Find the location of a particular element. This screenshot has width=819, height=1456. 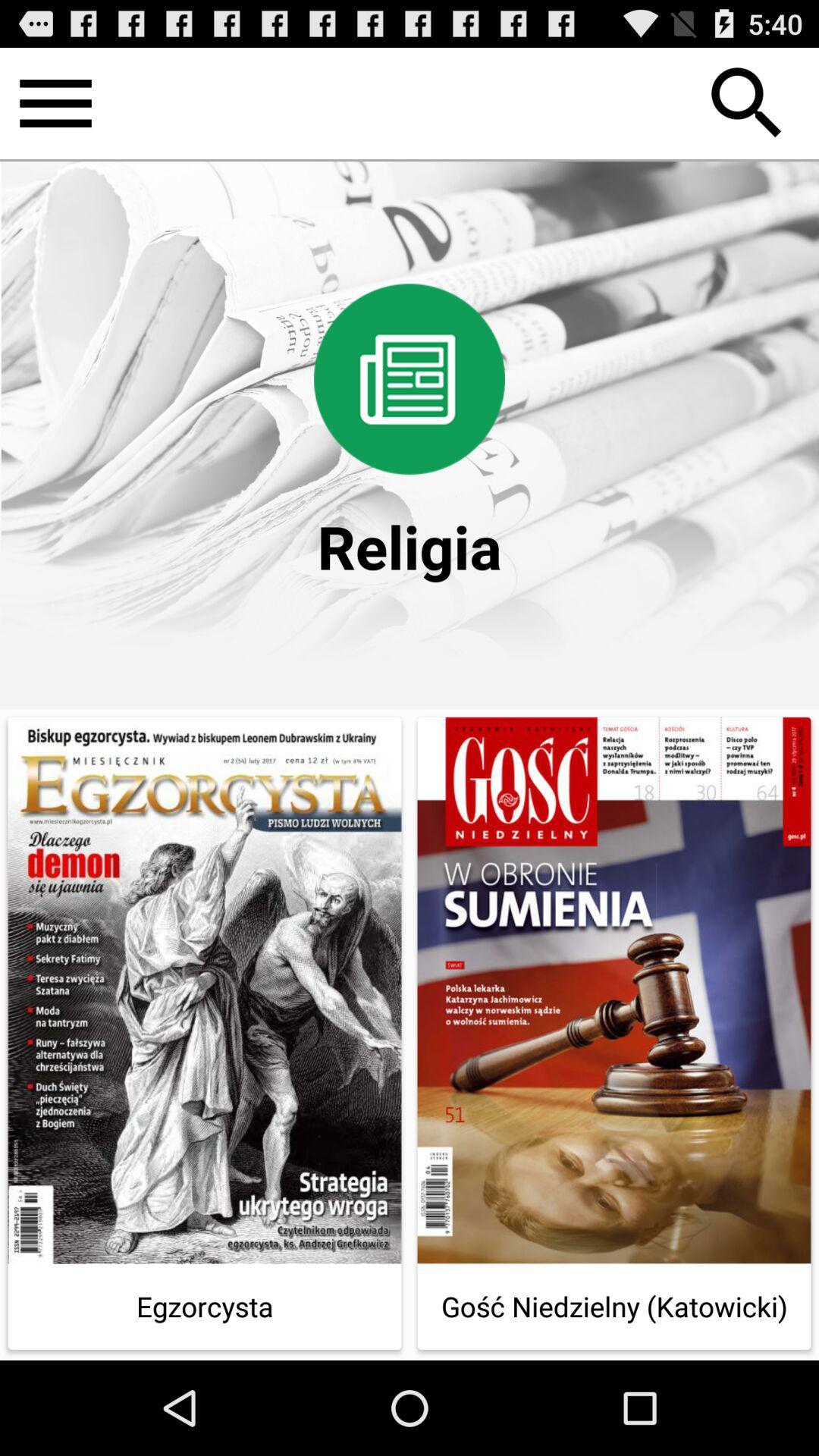

the second image to the bottom right corner of the page is located at coordinates (614, 990).